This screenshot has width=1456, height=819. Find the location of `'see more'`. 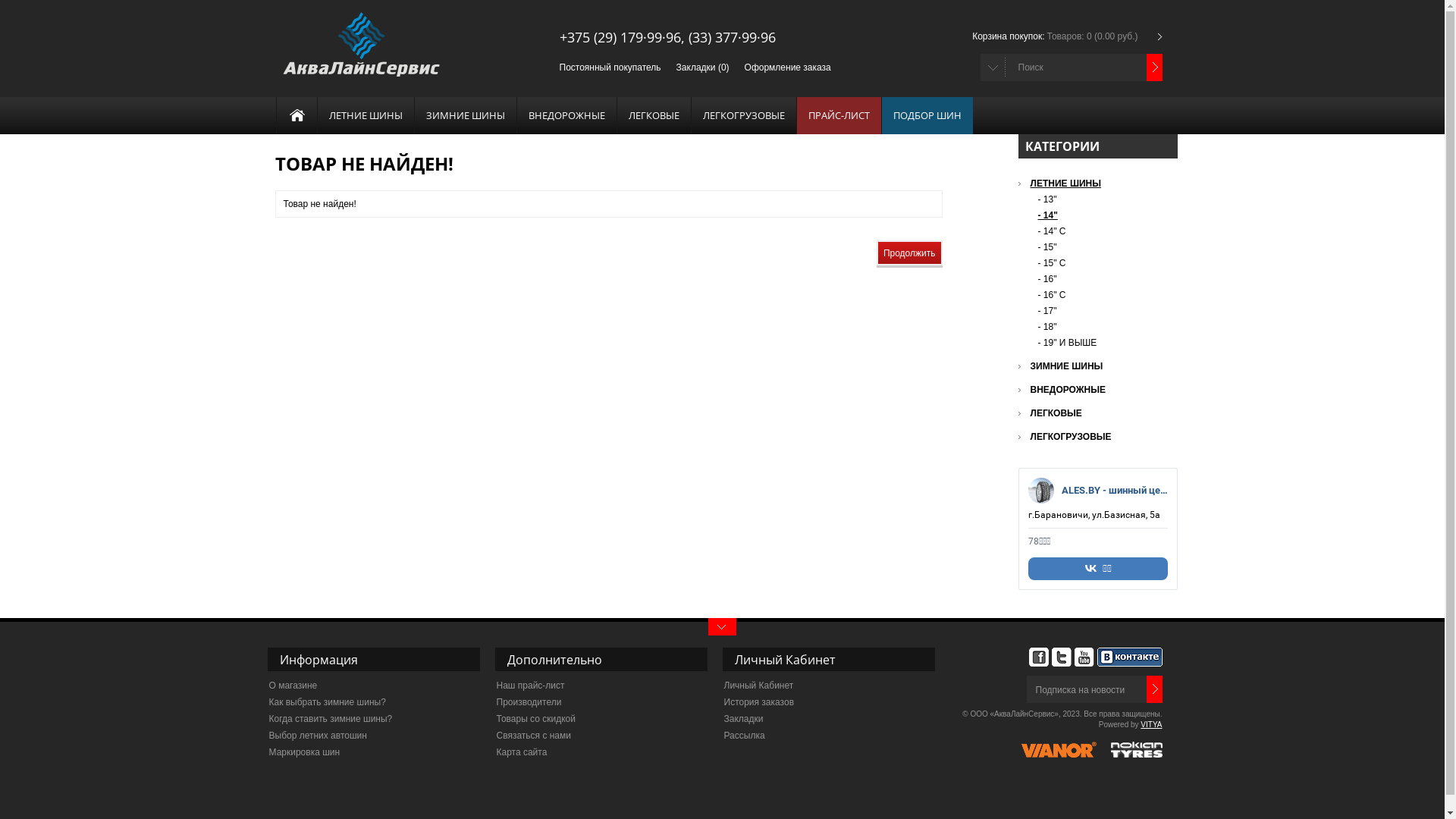

'see more' is located at coordinates (721, 626).